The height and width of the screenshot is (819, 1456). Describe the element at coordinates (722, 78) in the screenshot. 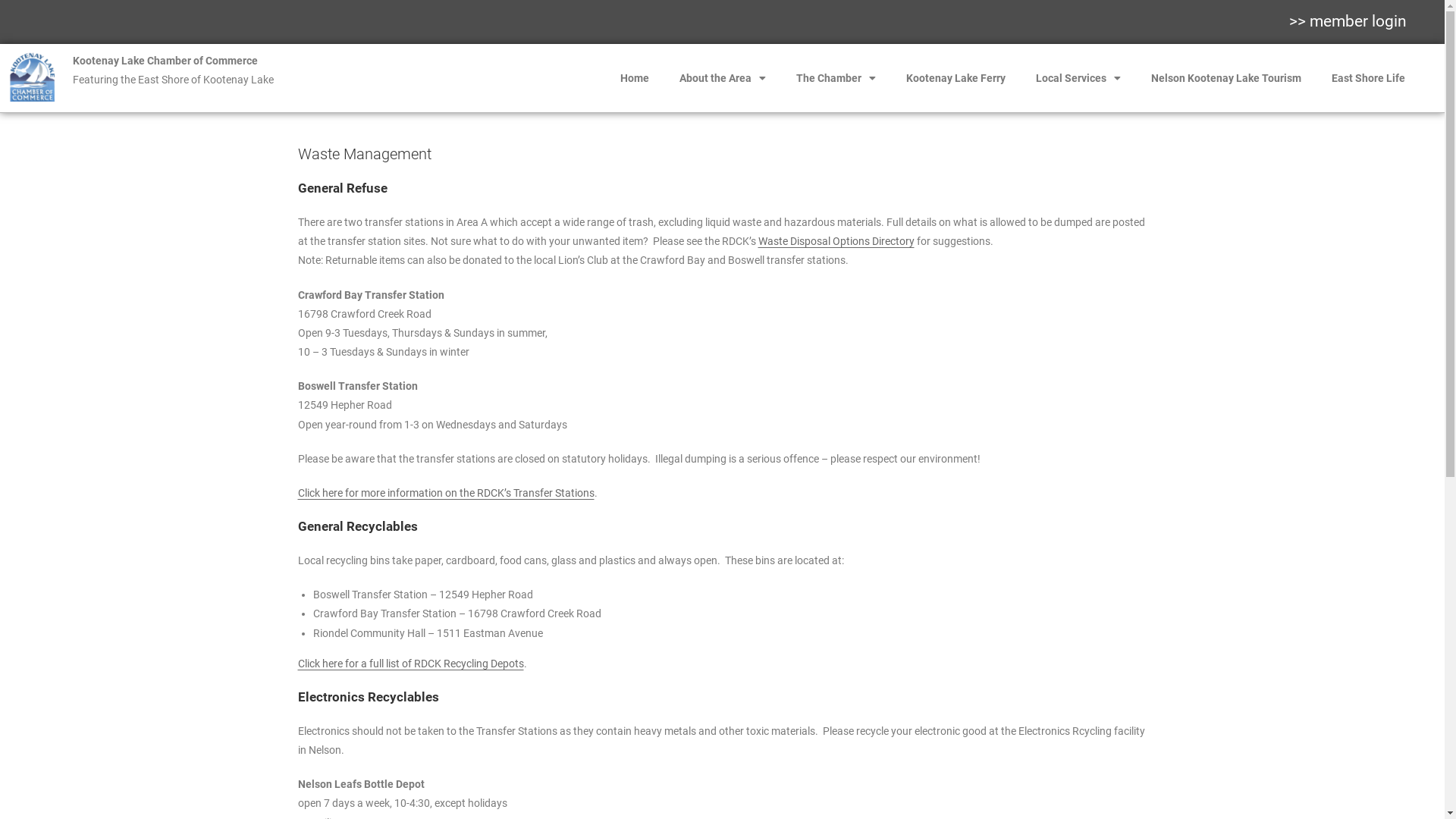

I see `'About the Area'` at that location.